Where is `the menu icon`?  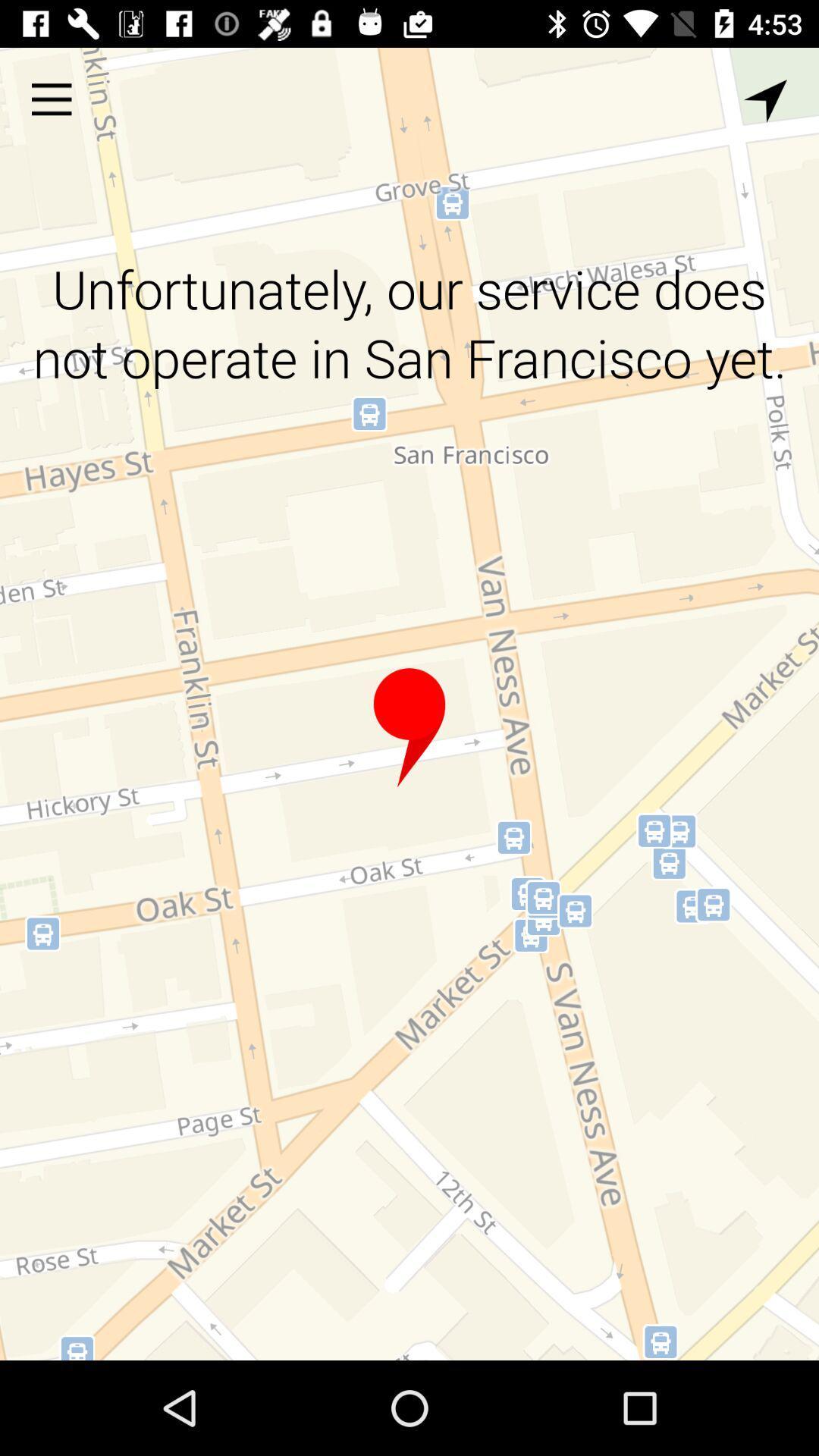 the menu icon is located at coordinates (51, 99).